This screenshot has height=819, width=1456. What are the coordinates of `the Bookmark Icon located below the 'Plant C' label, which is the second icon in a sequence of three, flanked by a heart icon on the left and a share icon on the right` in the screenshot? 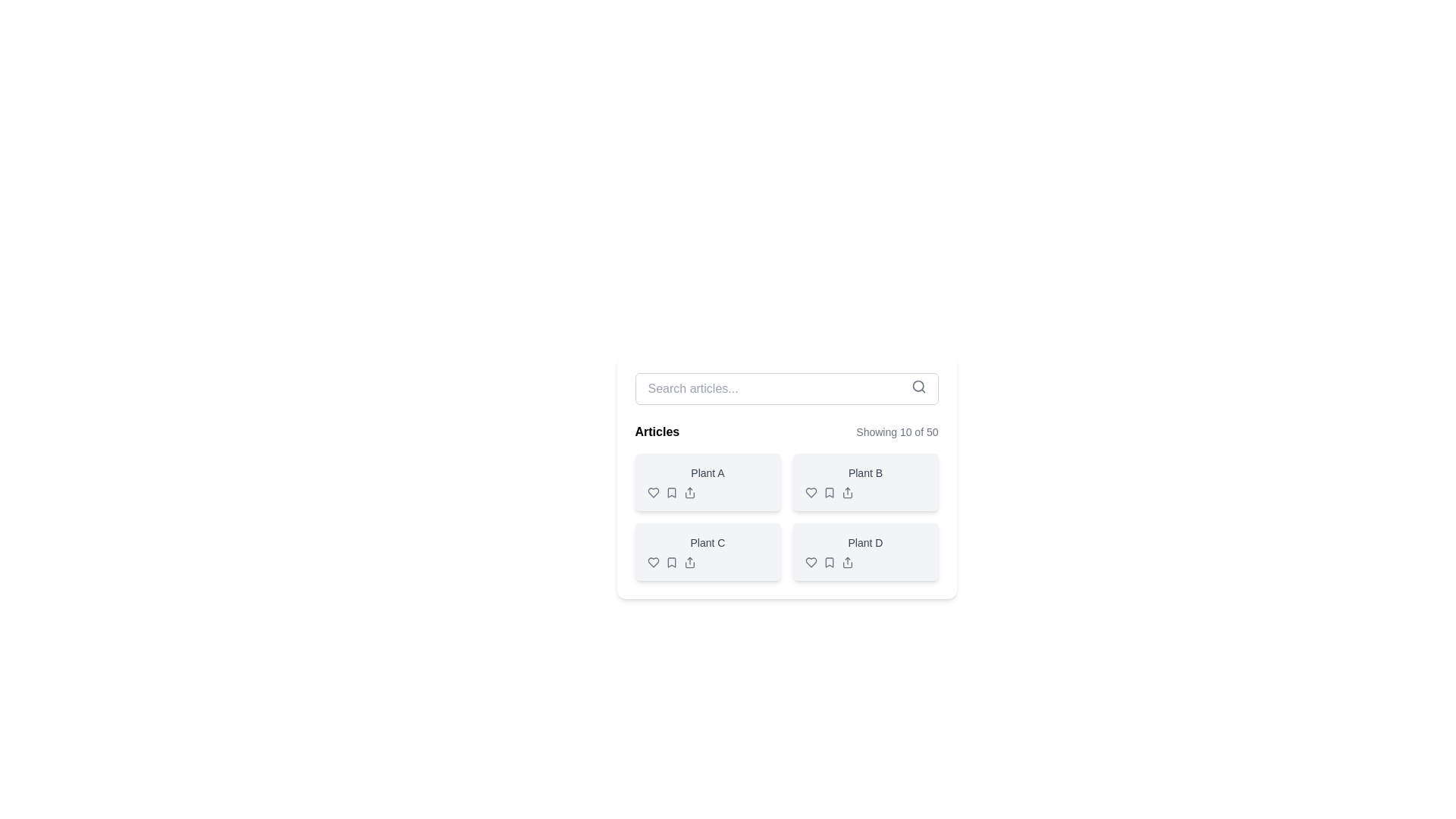 It's located at (670, 562).